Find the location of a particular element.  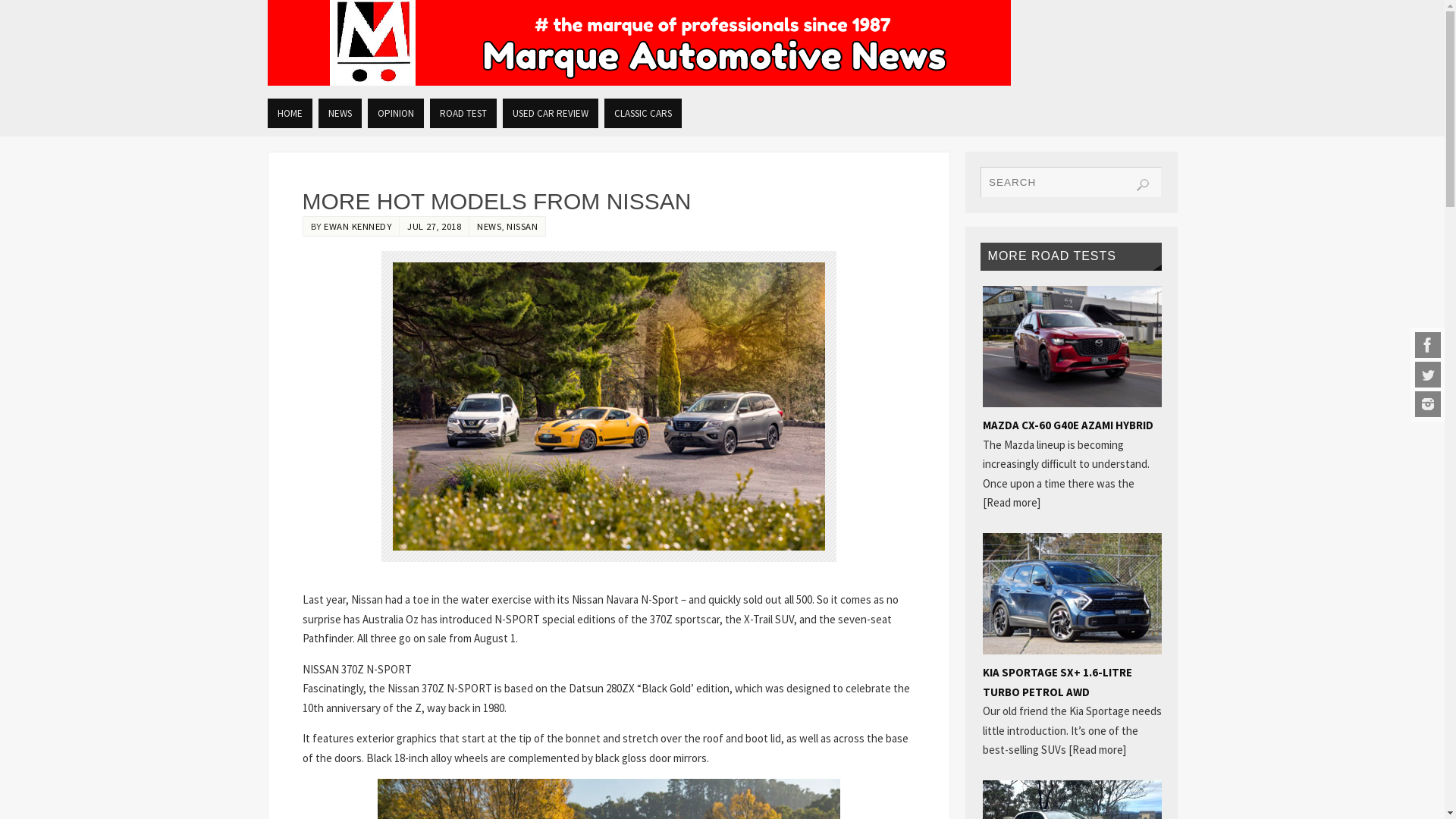

'NEWS' is located at coordinates (339, 112).